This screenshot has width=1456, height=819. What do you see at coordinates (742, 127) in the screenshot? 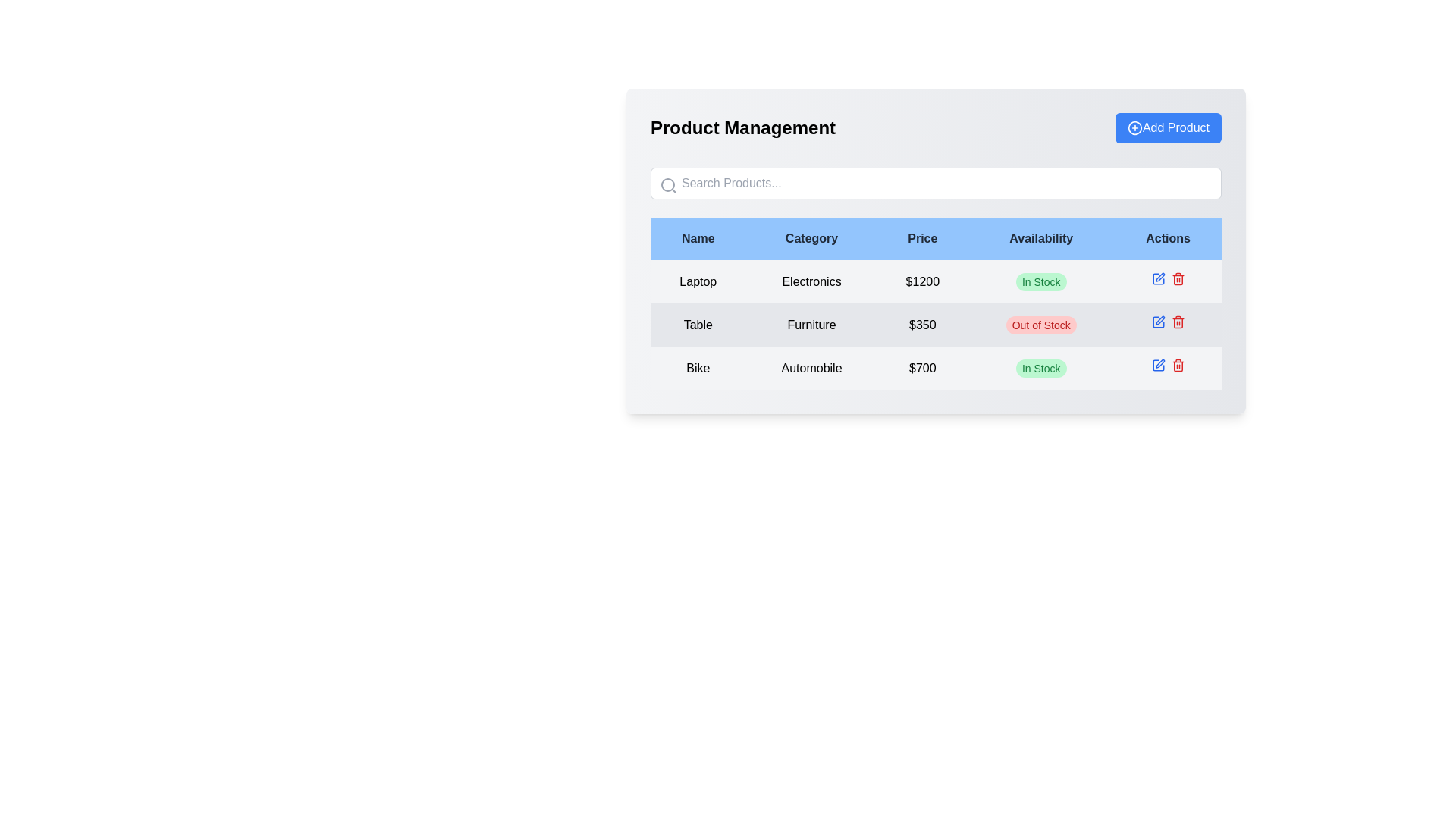
I see `the 'Product Management' header text element, which is a bold, large font label displayed at the top-left corner of the interface` at bounding box center [742, 127].